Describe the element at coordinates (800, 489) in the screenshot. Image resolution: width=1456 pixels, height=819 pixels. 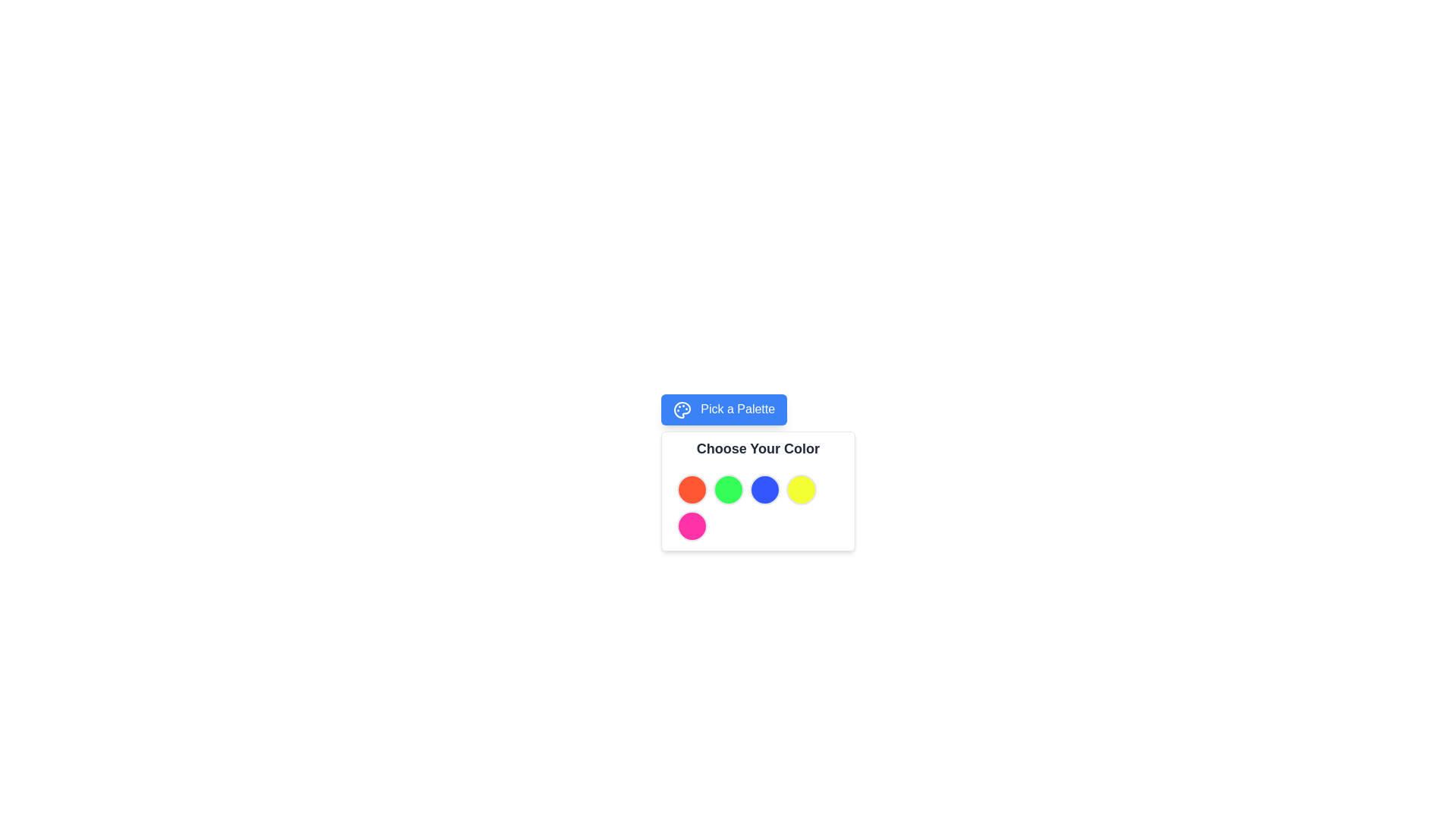
I see `the fourth circular button in the top row of the color selection grid` at that location.